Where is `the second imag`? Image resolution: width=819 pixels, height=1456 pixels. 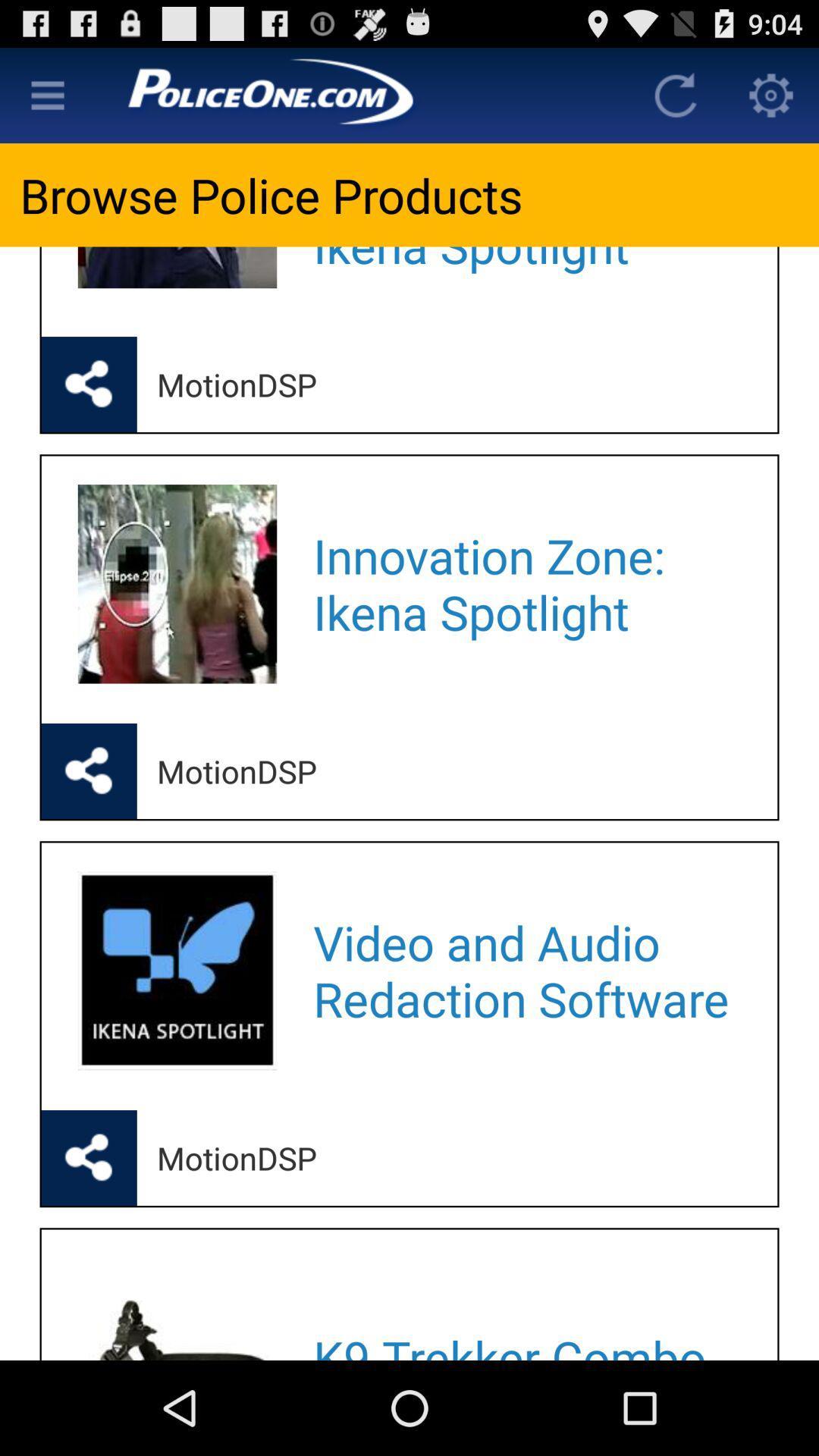
the second imag is located at coordinates (177, 971).